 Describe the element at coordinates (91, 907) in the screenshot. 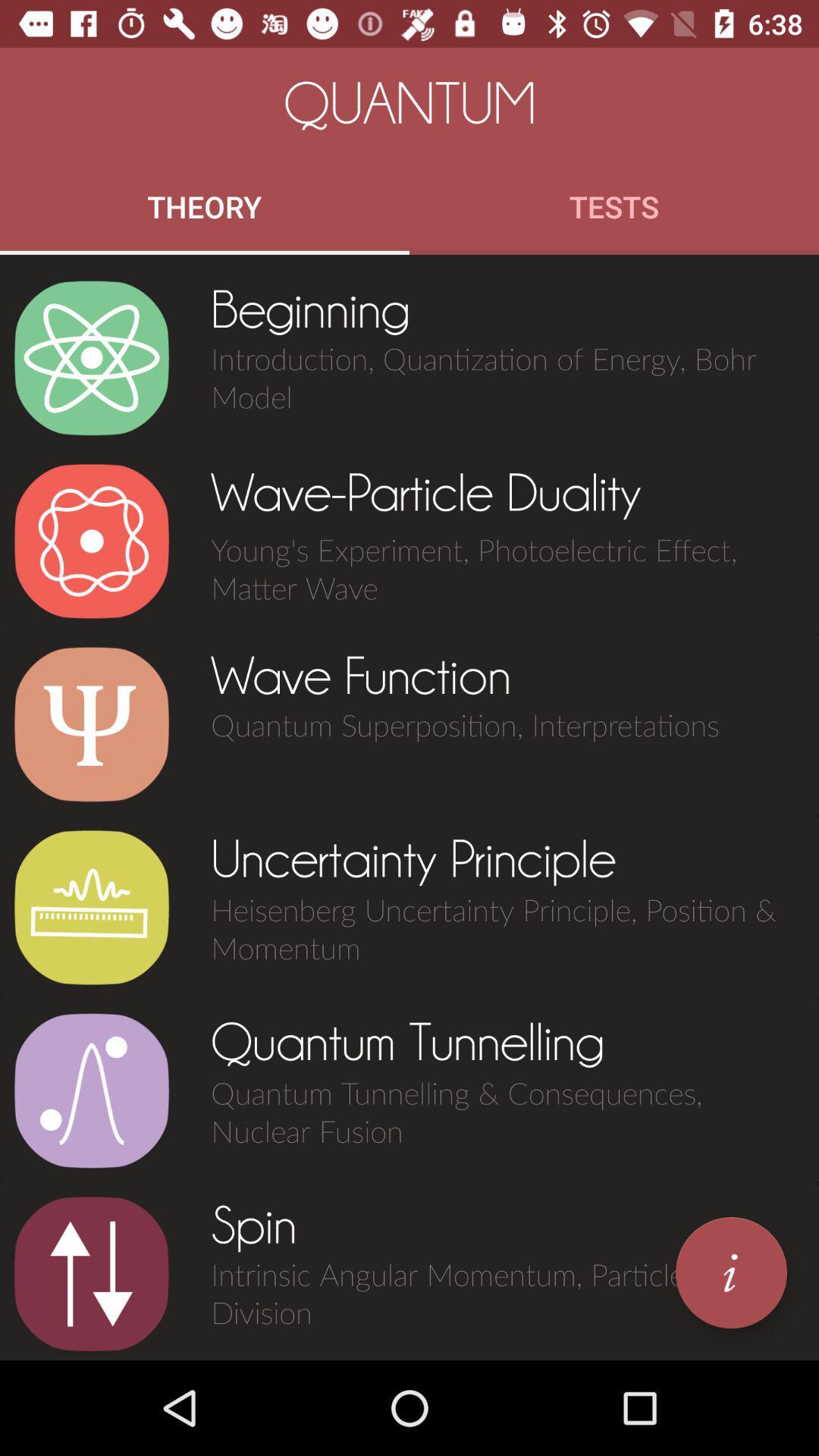

I see `option` at that location.